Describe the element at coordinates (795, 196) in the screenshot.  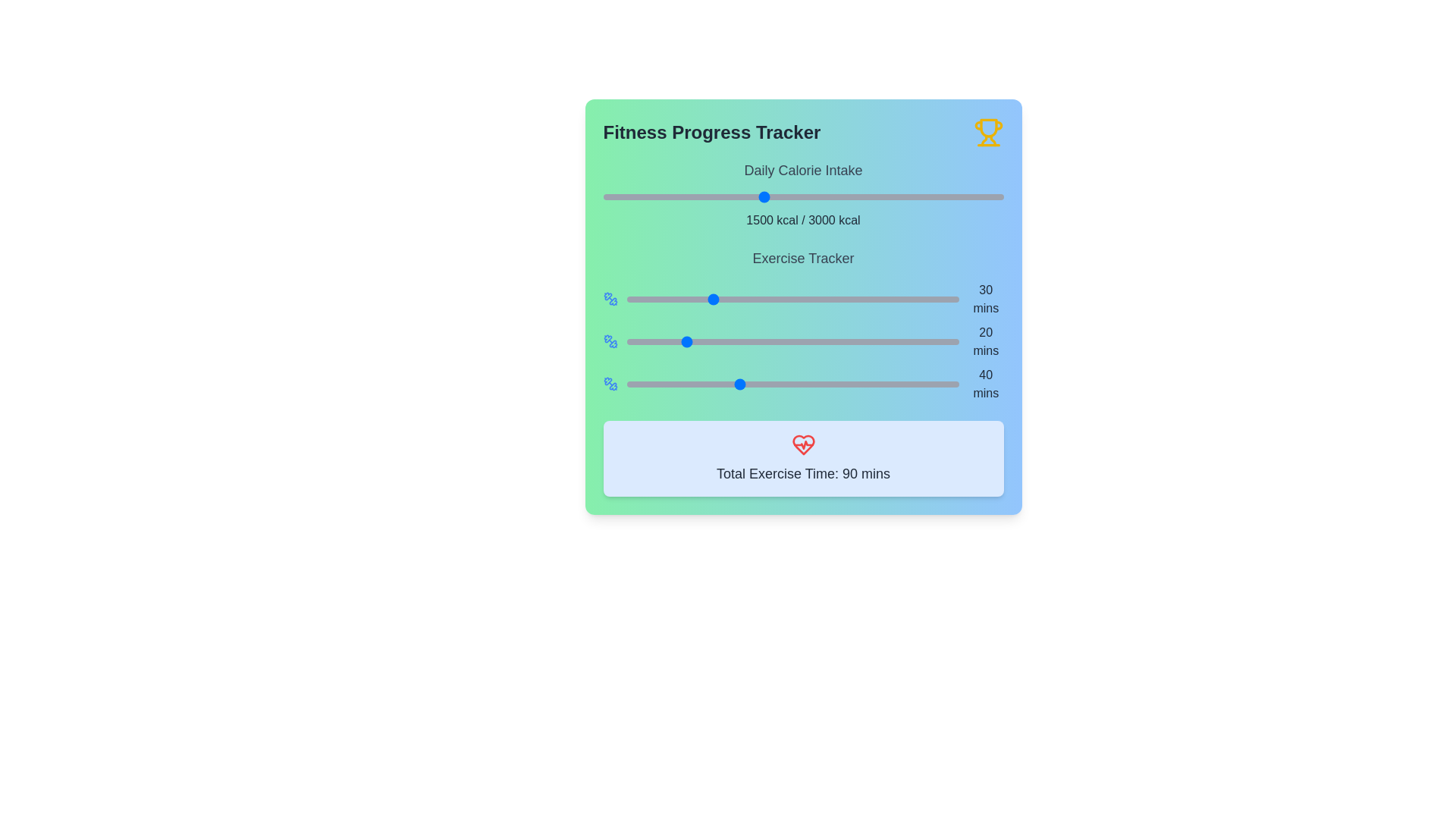
I see `calorie intake` at that location.